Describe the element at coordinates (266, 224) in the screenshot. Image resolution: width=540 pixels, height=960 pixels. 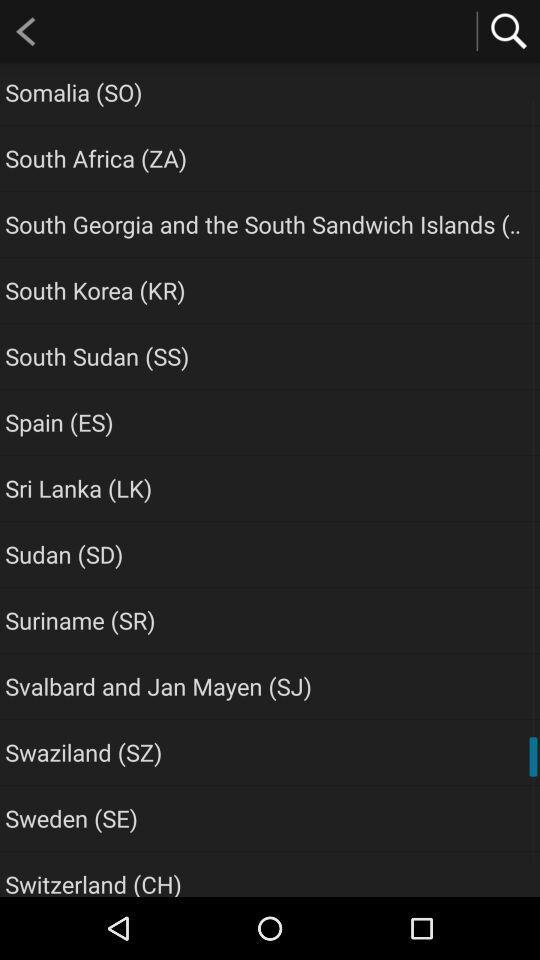
I see `the south georgia and item` at that location.